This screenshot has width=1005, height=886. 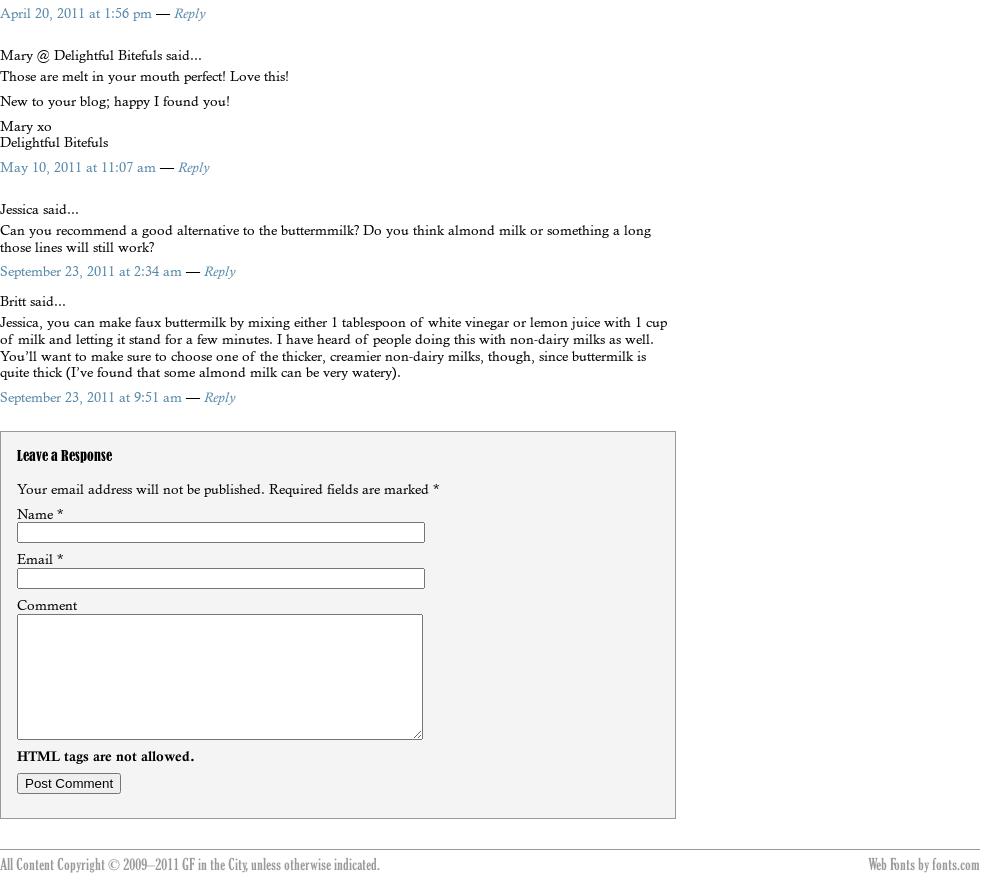 I want to click on 'Leave a Response', so click(x=16, y=455).